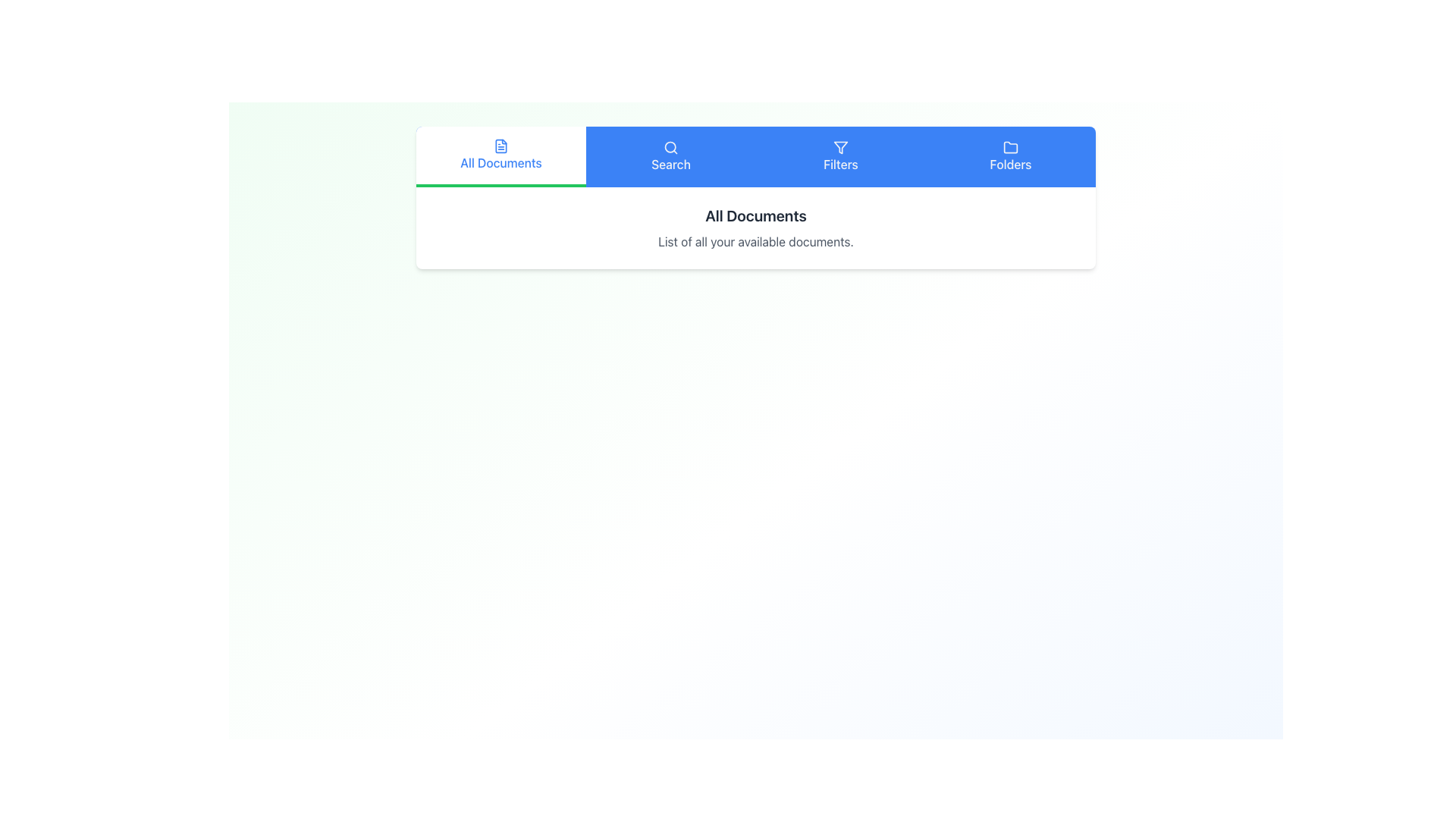  What do you see at coordinates (756, 227) in the screenshot?
I see `the relevant sections by interacting with the textual header that introduces the main content area displaying all documents available to the user` at bounding box center [756, 227].